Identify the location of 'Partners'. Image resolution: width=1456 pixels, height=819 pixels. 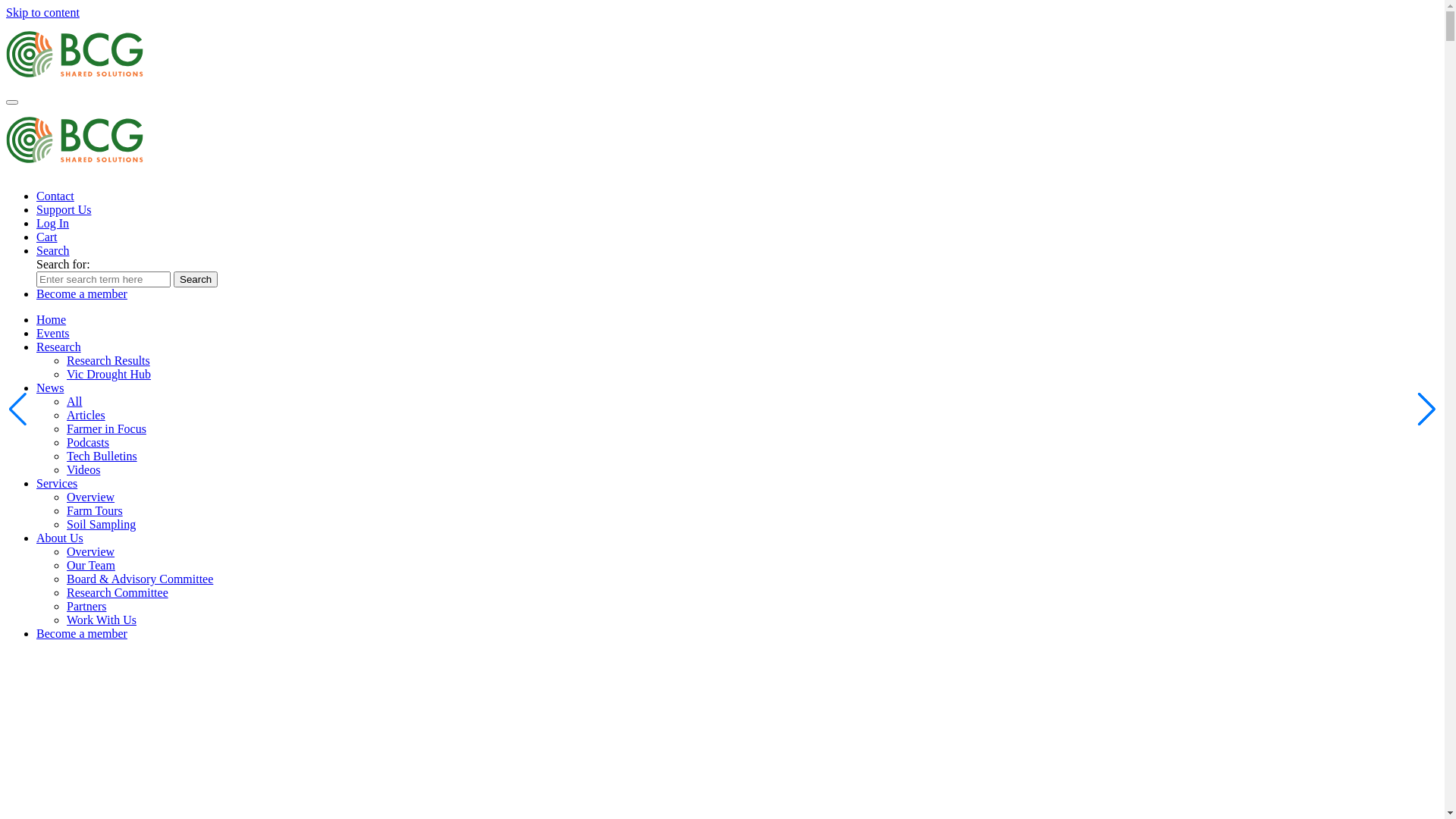
(86, 605).